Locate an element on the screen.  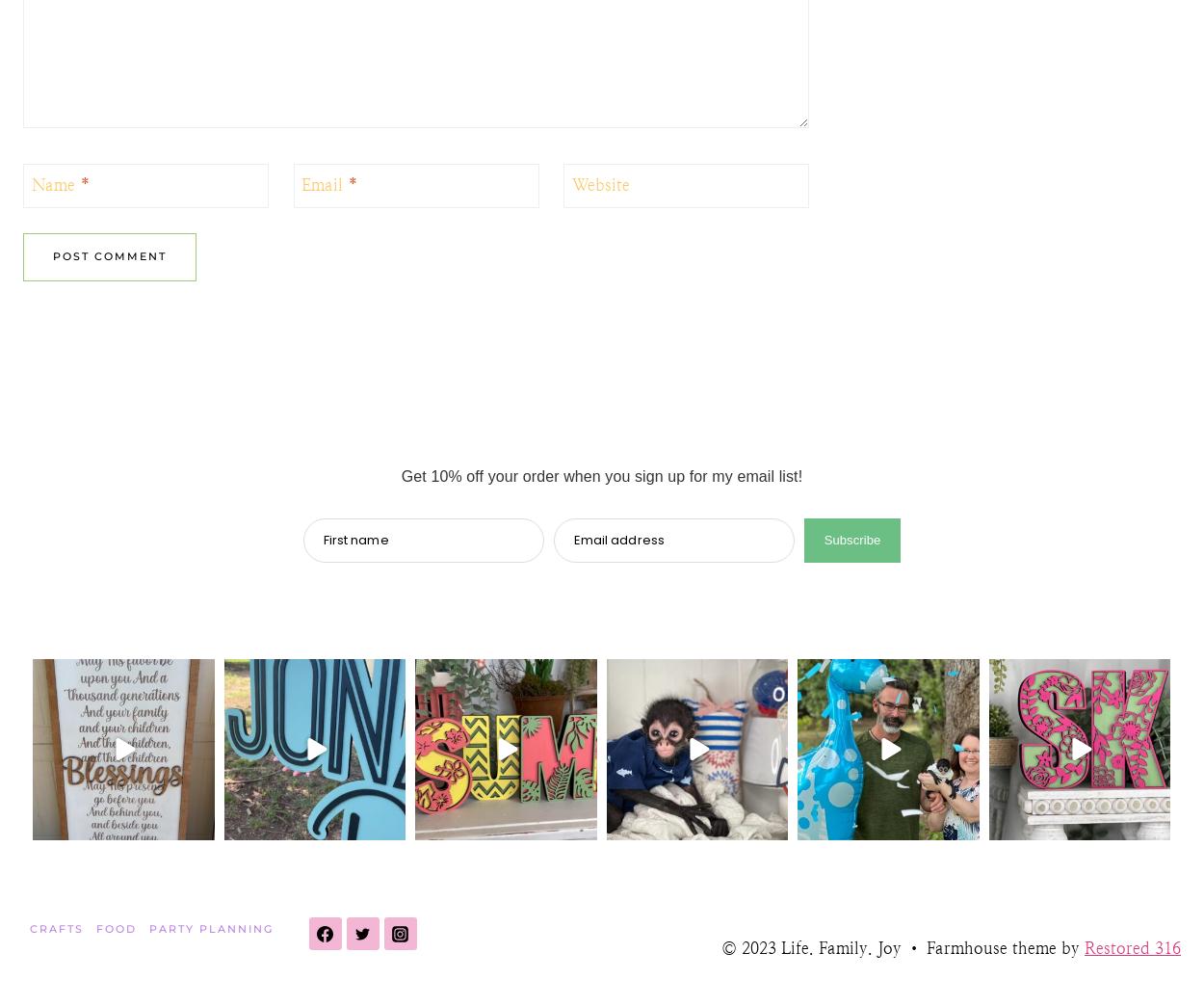
'Crafts' is located at coordinates (55, 928).